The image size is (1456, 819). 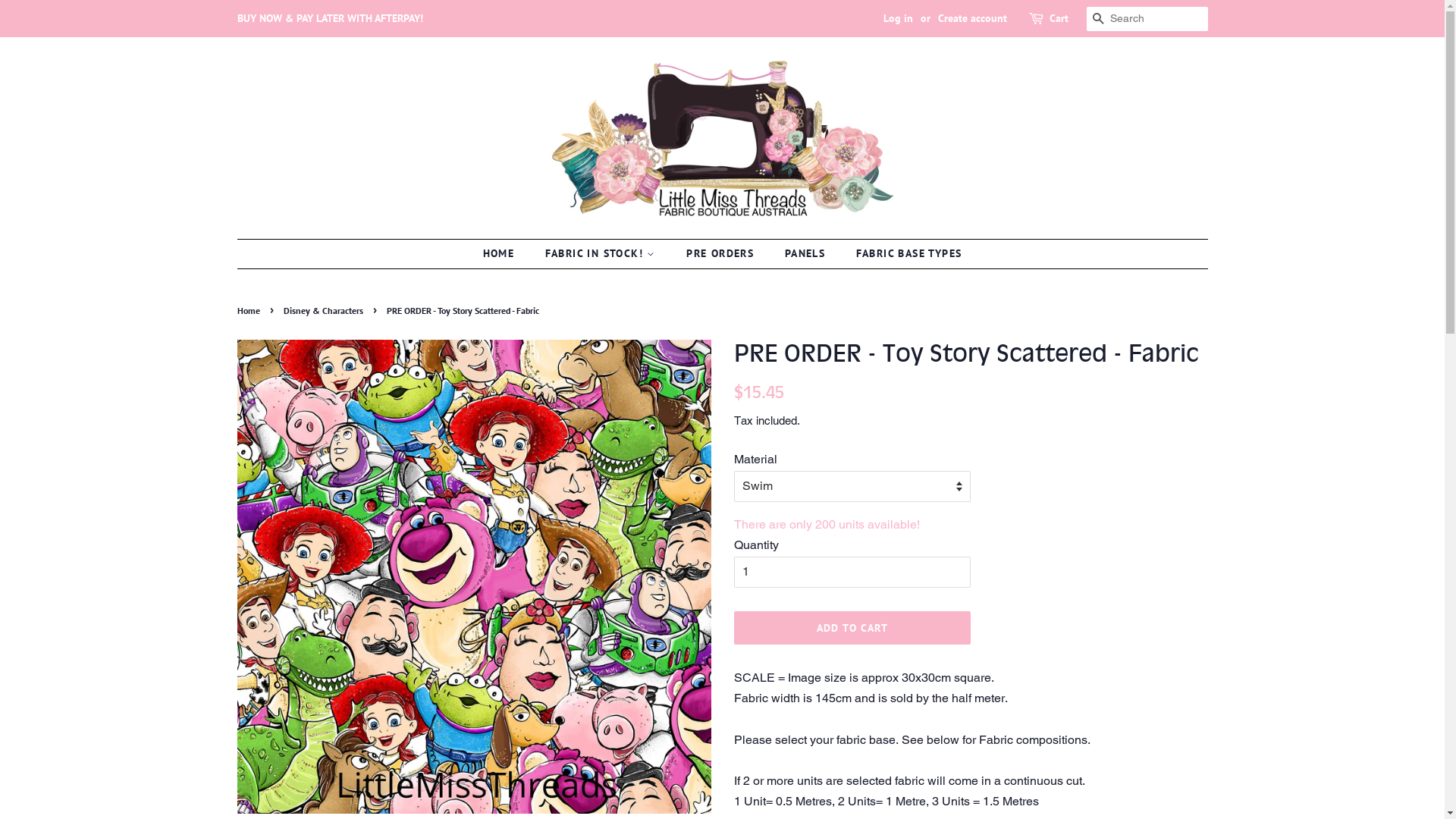 I want to click on 'ADD TO CART', so click(x=852, y=628).